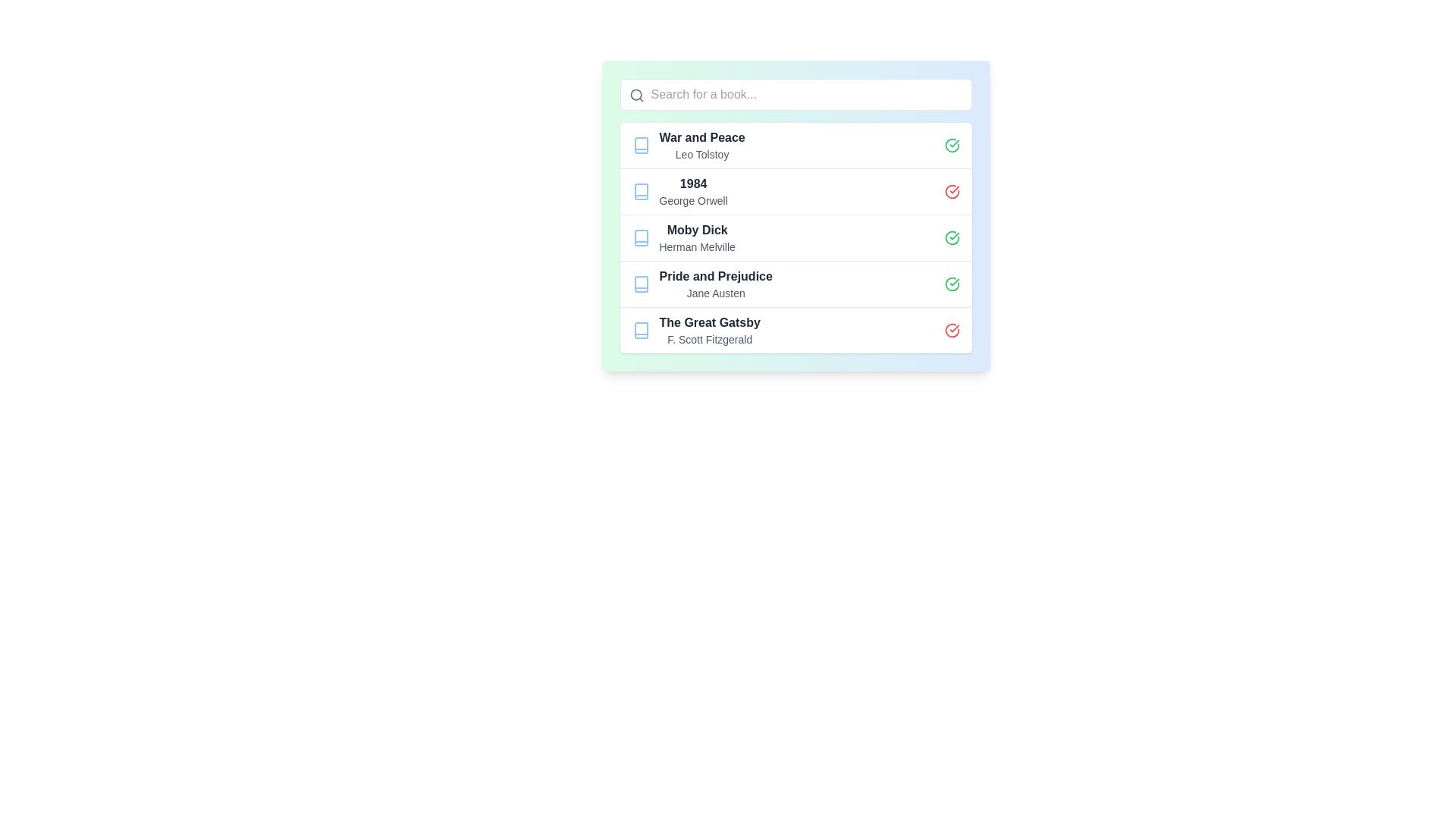 This screenshot has width=1456, height=819. Describe the element at coordinates (701, 146) in the screenshot. I see `the list item displaying 'War and Peace' by Leo Tolstoy` at that location.